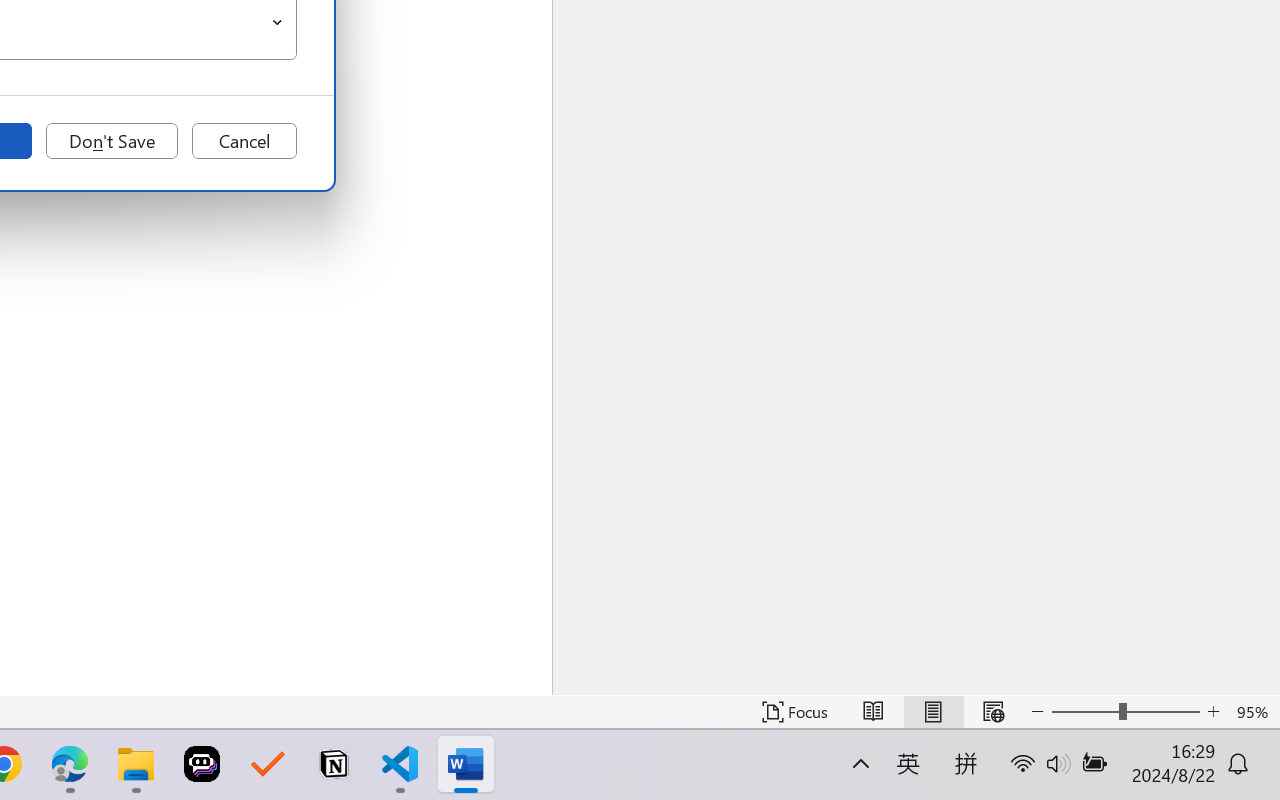 Image resolution: width=1280 pixels, height=800 pixels. Describe the element at coordinates (243, 141) in the screenshot. I see `'Cancel'` at that location.